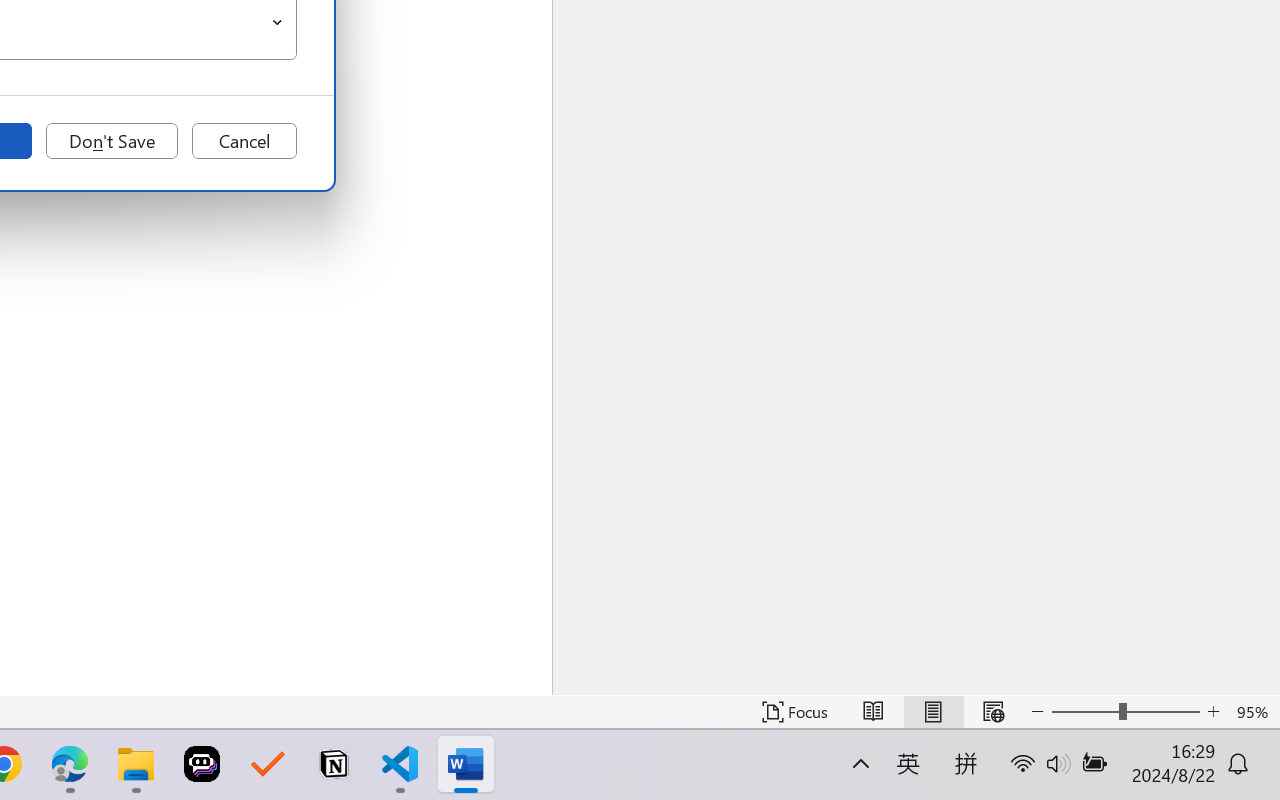 Image resolution: width=1280 pixels, height=800 pixels. Describe the element at coordinates (243, 141) in the screenshot. I see `'Cancel'` at that location.